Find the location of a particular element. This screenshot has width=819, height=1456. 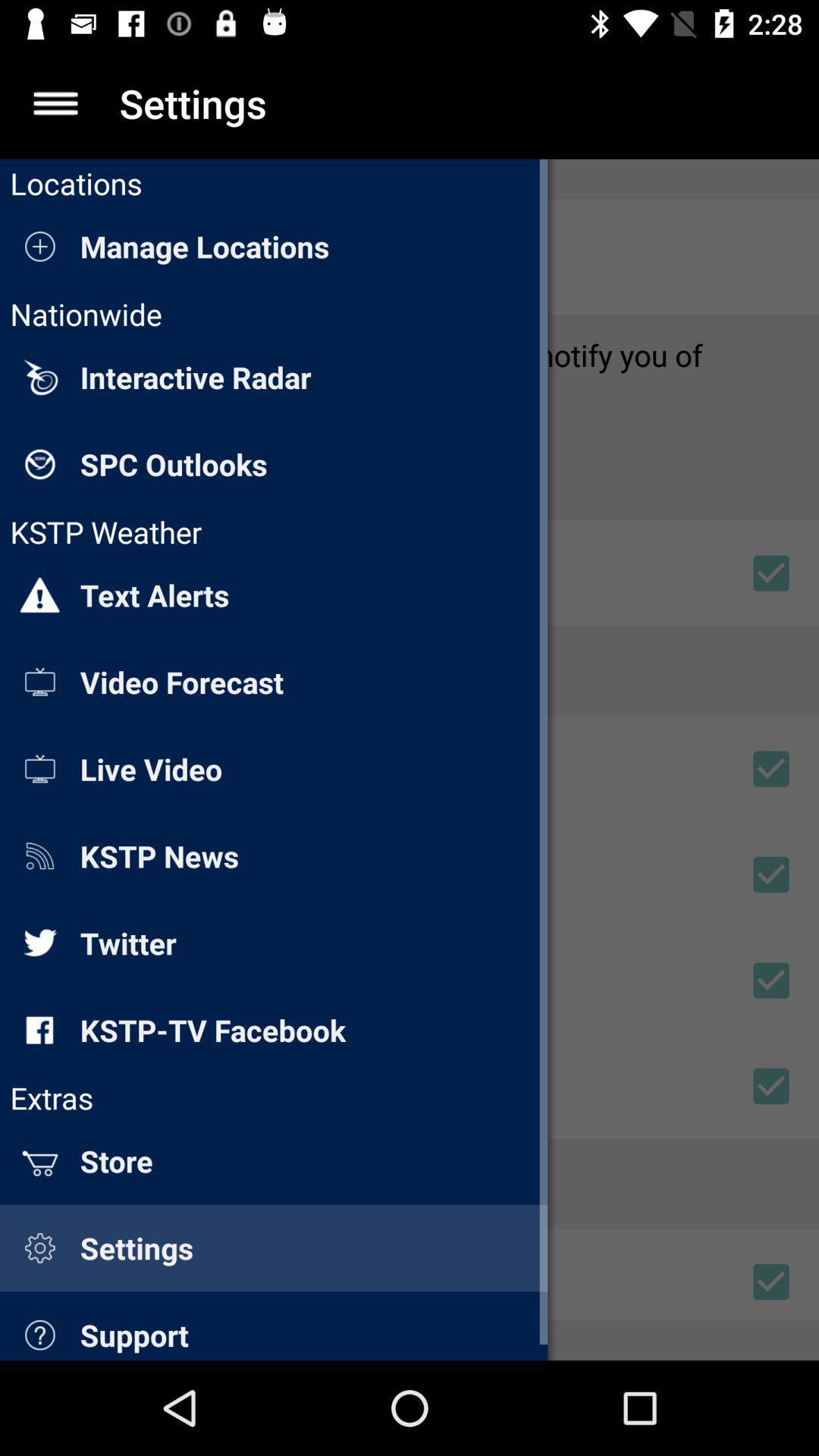

the menu icon is located at coordinates (55, 102).